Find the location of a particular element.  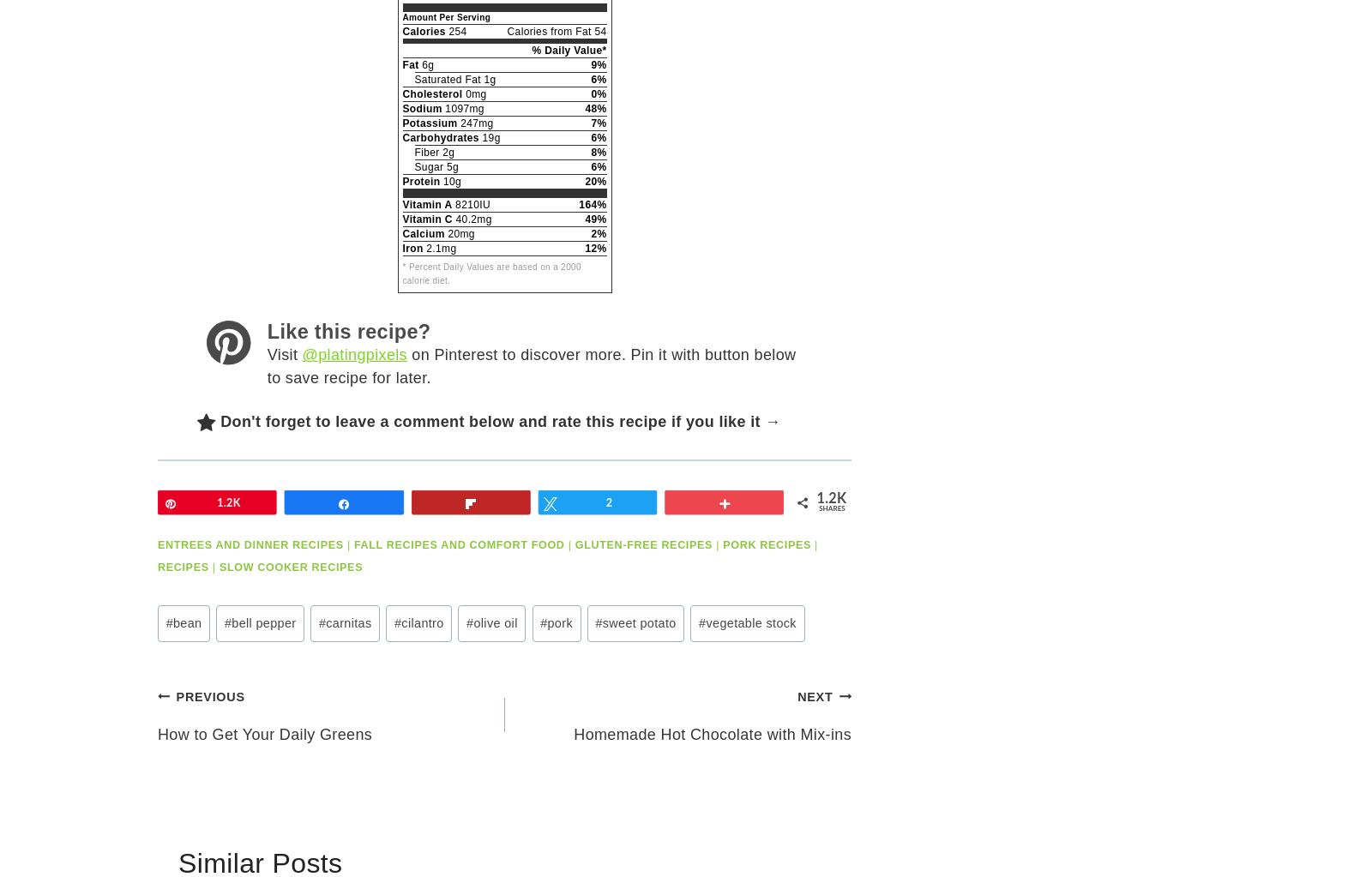

'49%' is located at coordinates (585, 219).